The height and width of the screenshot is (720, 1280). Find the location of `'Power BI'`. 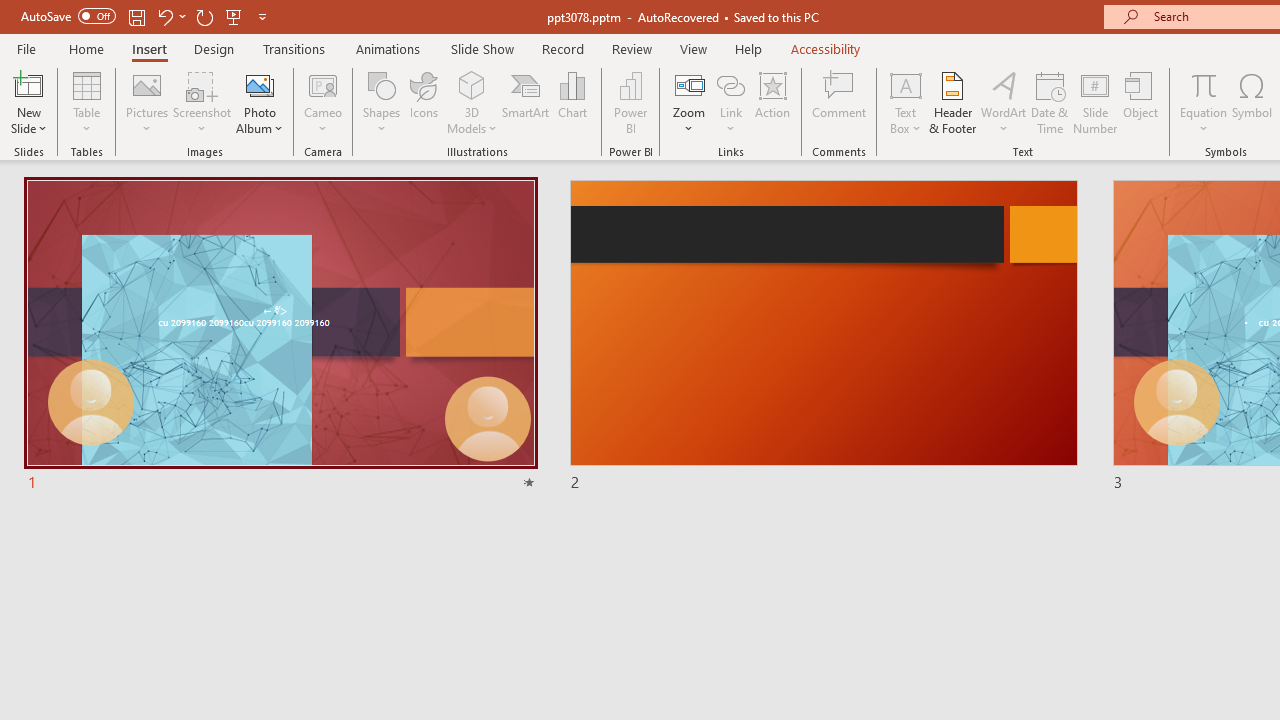

'Power BI' is located at coordinates (630, 103).